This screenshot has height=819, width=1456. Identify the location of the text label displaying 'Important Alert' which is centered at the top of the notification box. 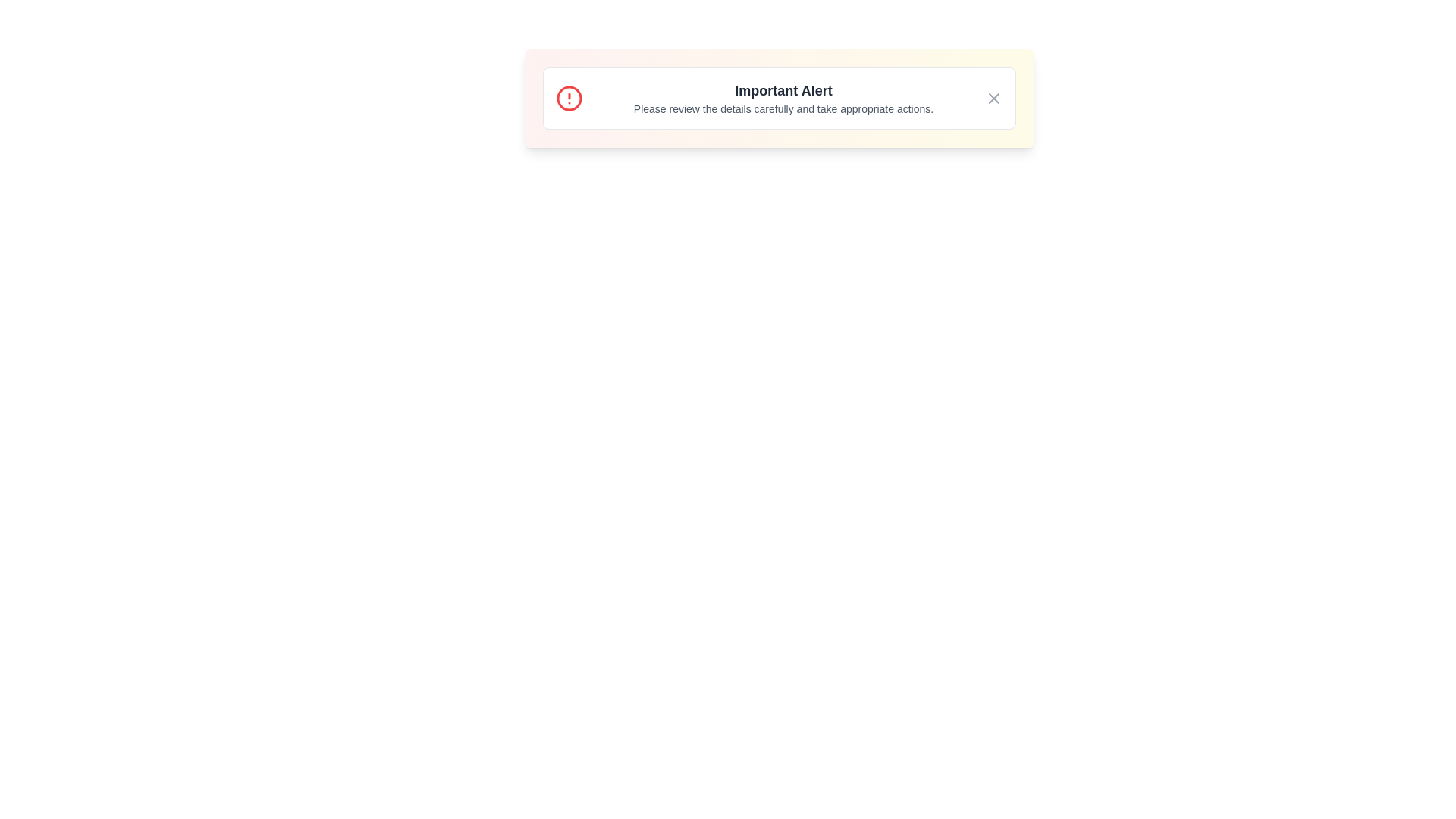
(783, 90).